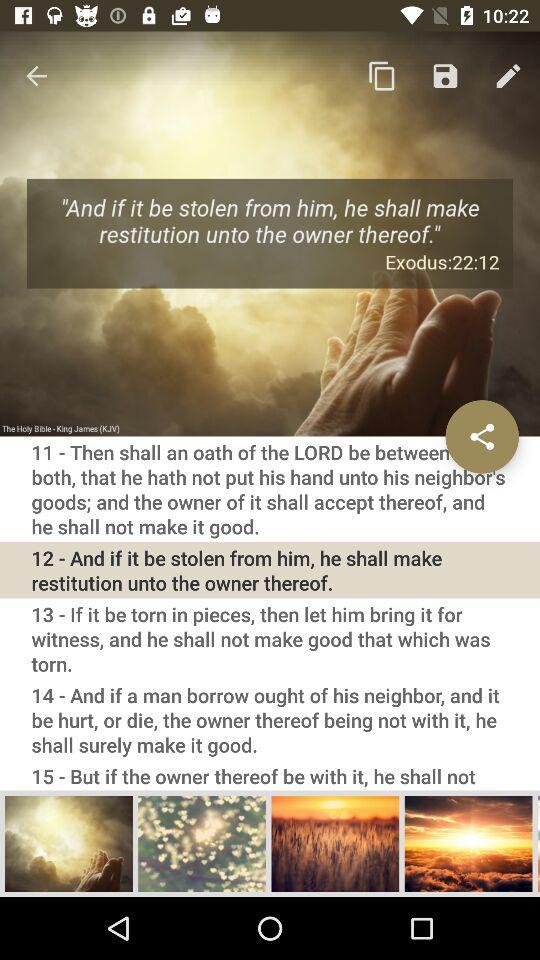 Image resolution: width=540 pixels, height=960 pixels. What do you see at coordinates (270, 774) in the screenshot?
I see `15 but if icon` at bounding box center [270, 774].